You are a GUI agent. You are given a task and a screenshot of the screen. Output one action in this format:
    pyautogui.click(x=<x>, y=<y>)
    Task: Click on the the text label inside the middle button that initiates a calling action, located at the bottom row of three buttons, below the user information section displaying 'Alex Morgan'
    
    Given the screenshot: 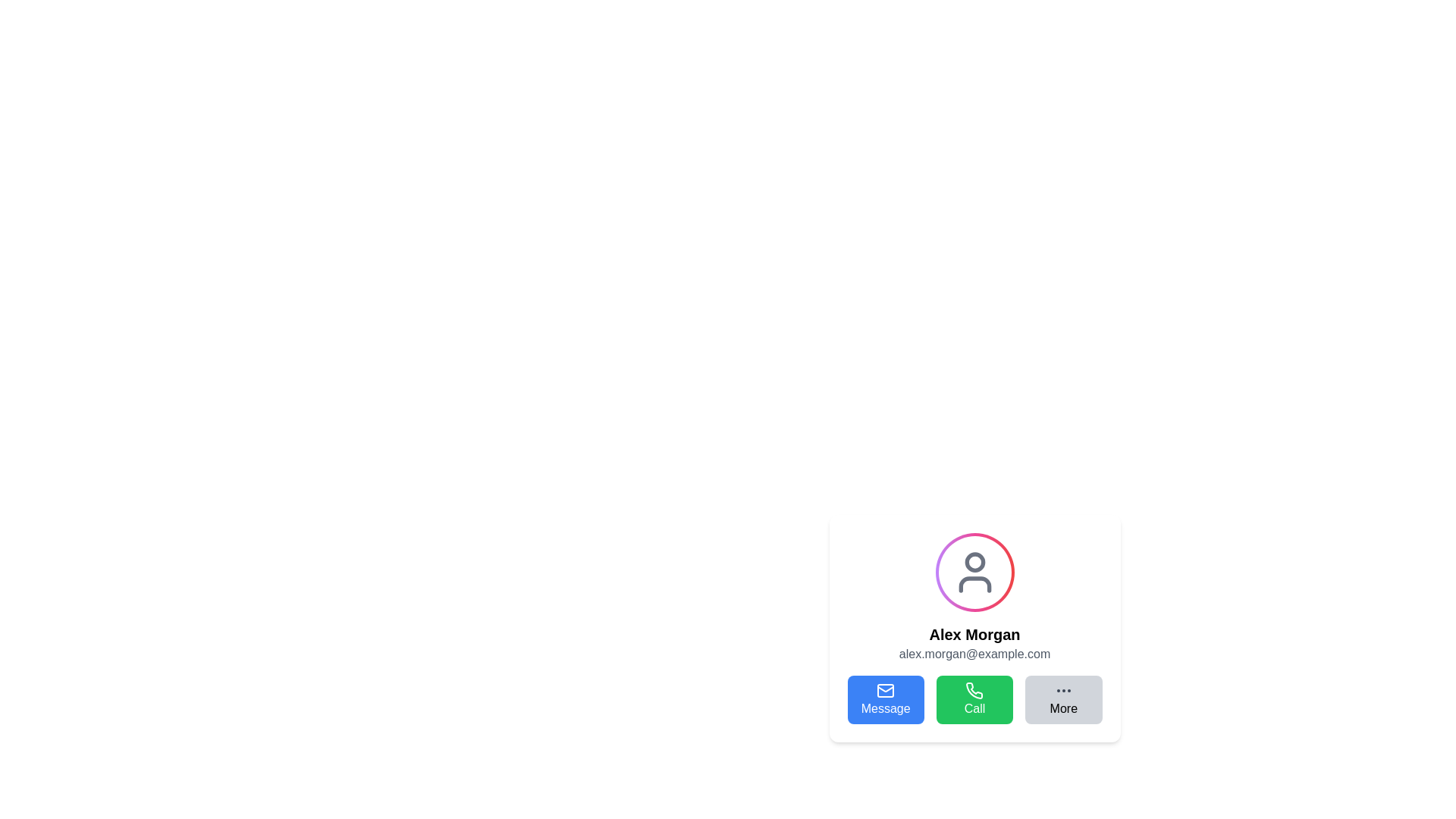 What is the action you would take?
    pyautogui.click(x=974, y=708)
    